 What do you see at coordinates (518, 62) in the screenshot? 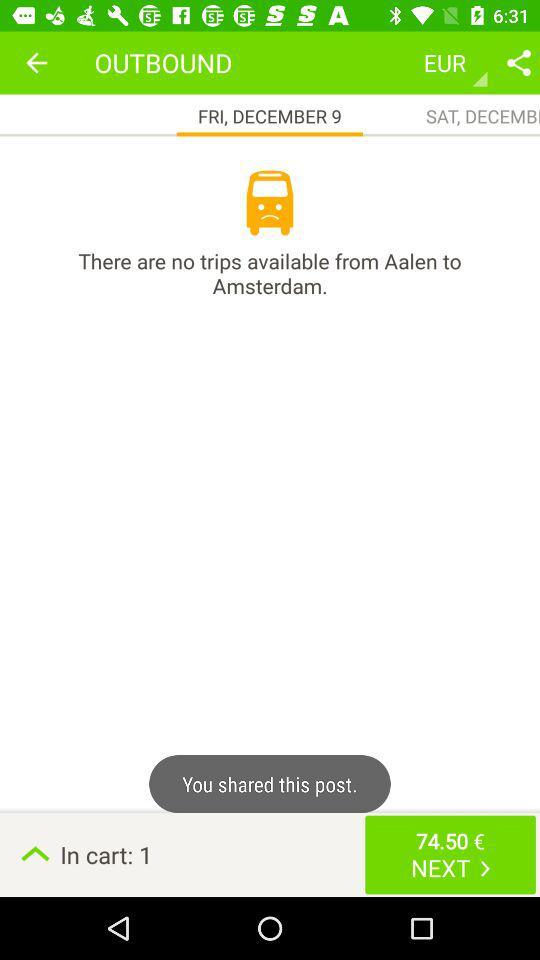
I see `share post` at bounding box center [518, 62].